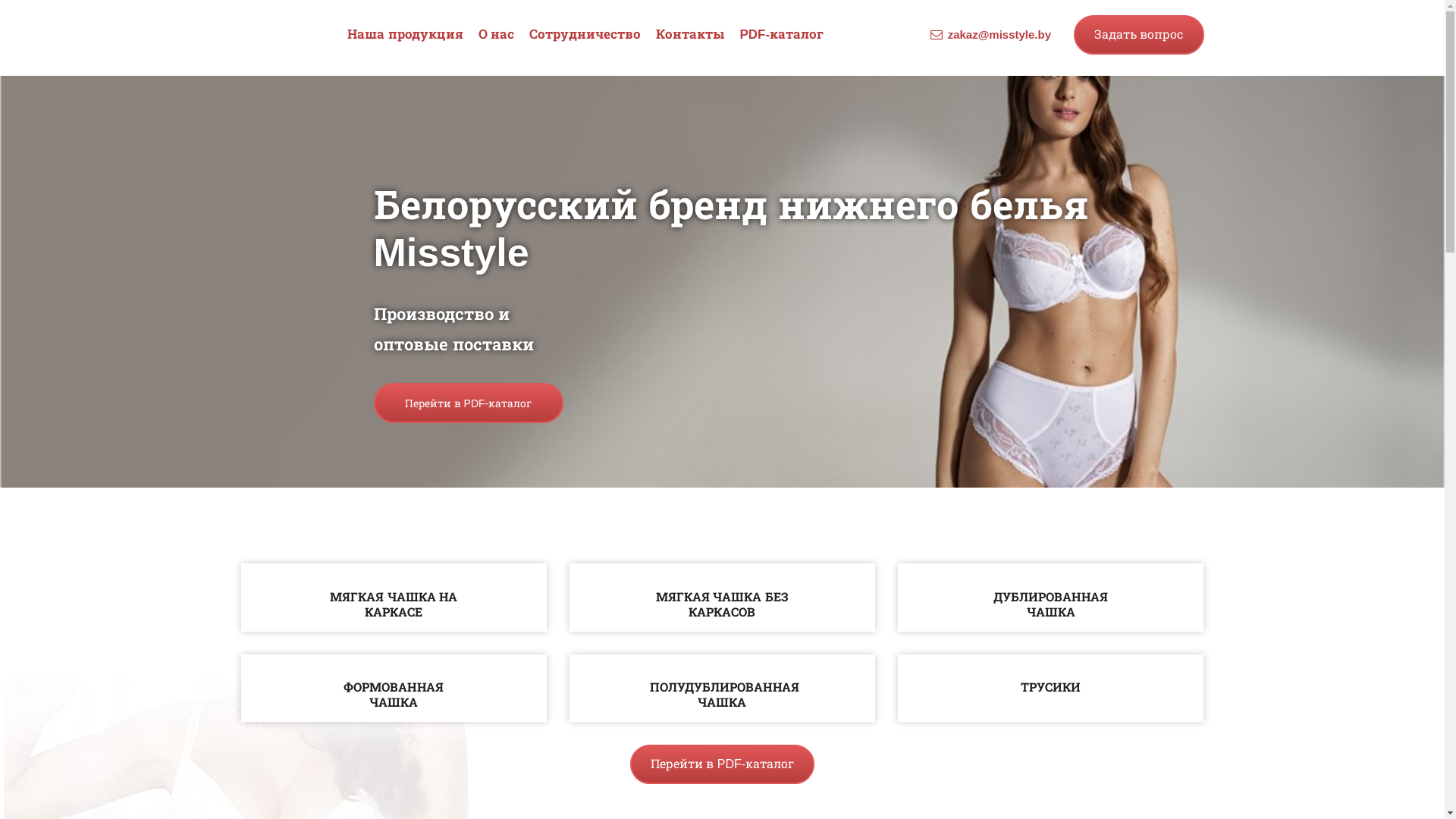 The height and width of the screenshot is (819, 1456). Describe the element at coordinates (999, 34) in the screenshot. I see `'zakaz@misstyle.by'` at that location.